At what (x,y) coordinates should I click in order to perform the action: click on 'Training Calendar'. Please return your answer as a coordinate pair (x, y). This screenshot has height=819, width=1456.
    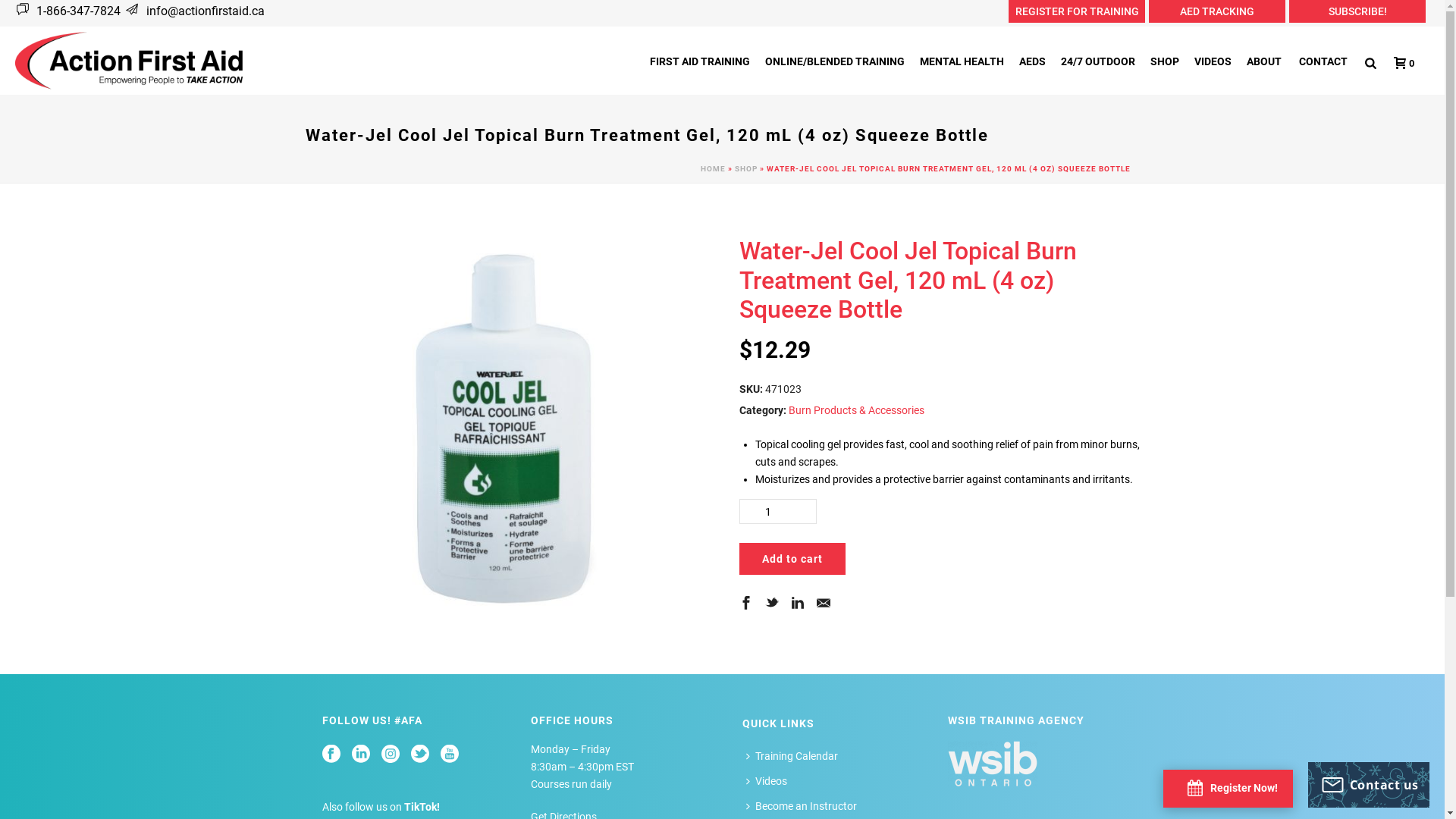
    Looking at the image, I should click on (794, 756).